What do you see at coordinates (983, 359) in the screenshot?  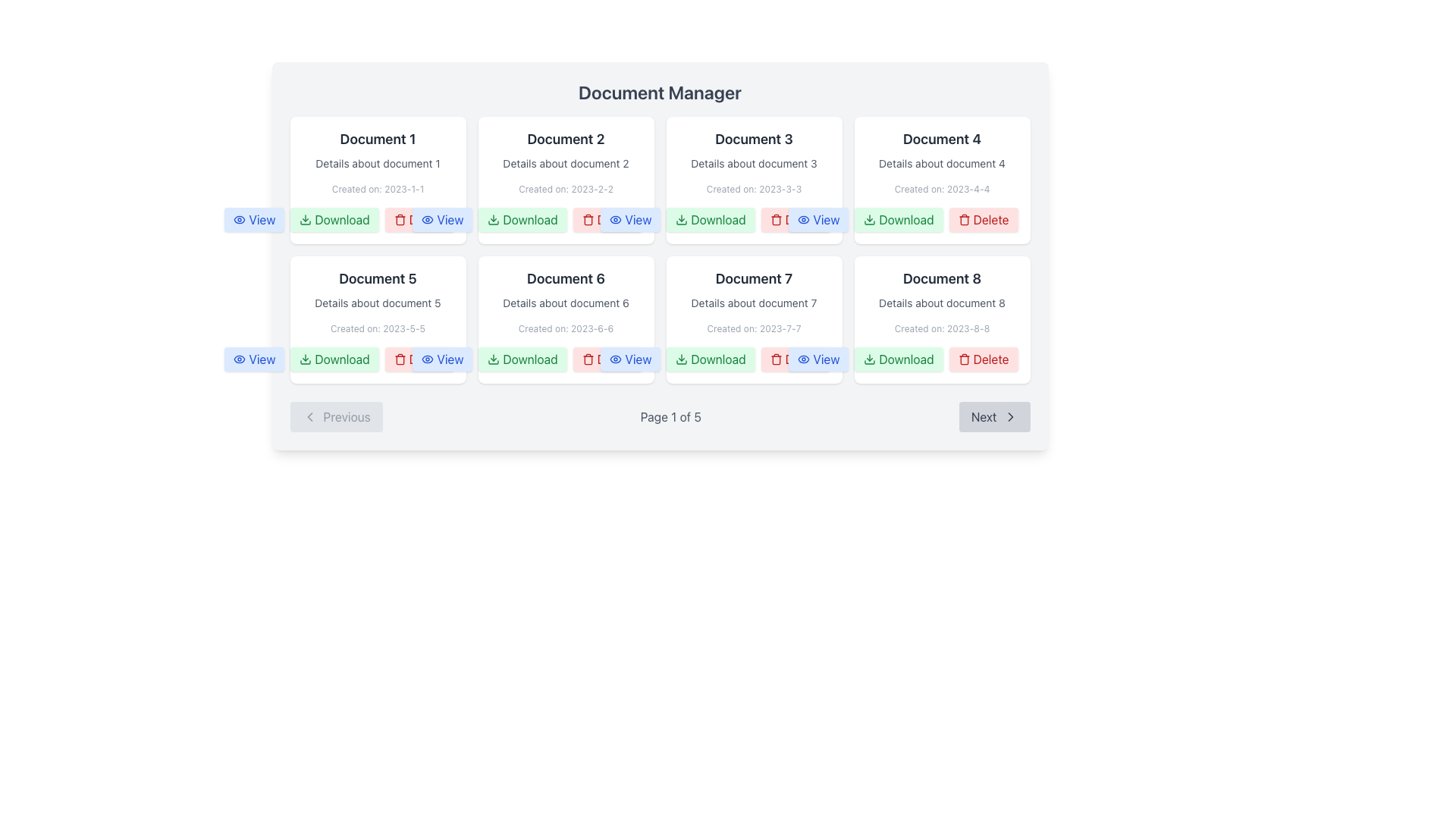 I see `the 'Delete' button located at the bottom-right corner of the document grid for the last document titled 'Document 8'` at bounding box center [983, 359].